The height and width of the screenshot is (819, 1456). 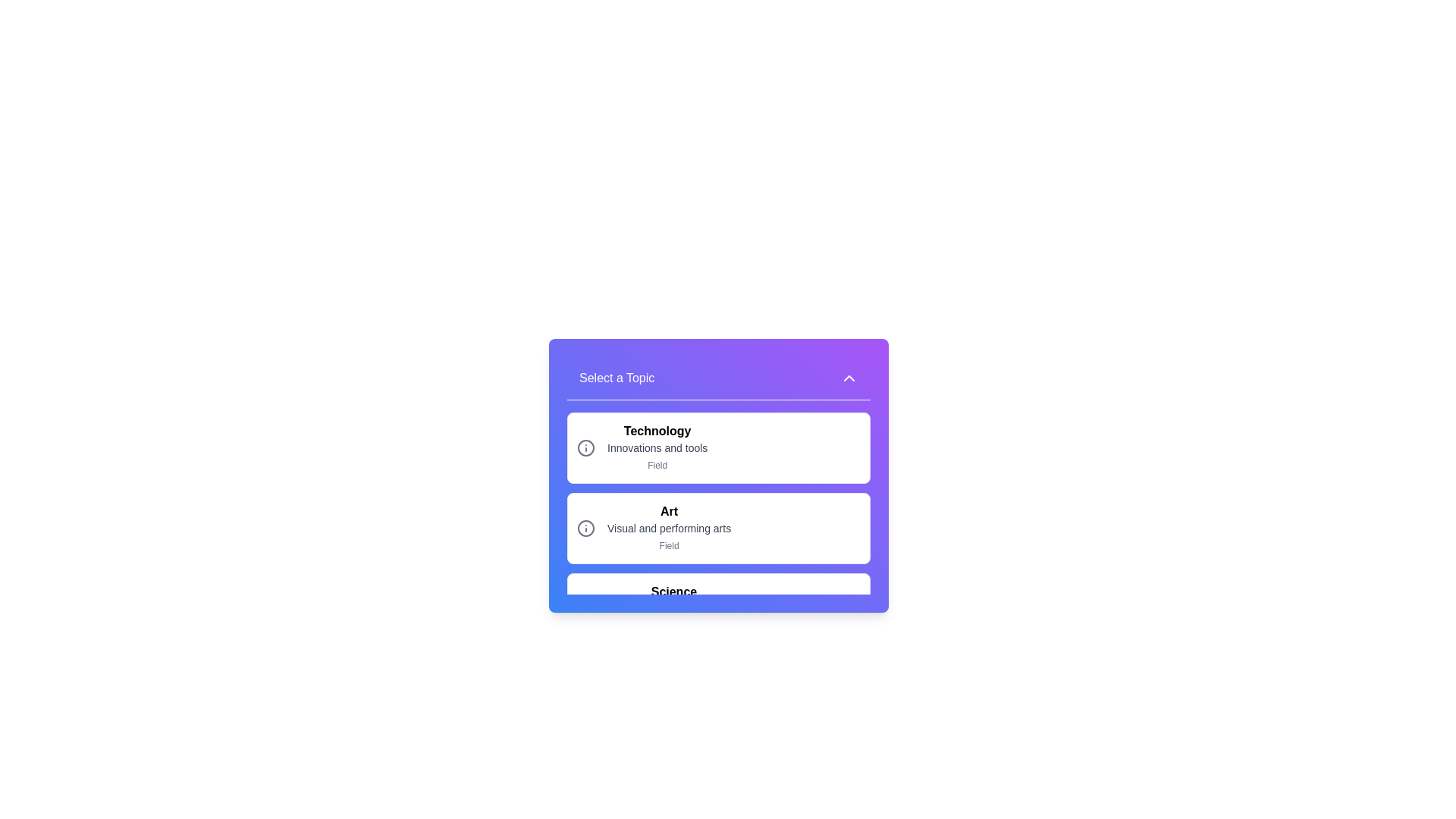 I want to click on the static text element that reads 'Visual and performing arts', which is styled in gray and positioned under the 'Art' header, so click(x=668, y=528).